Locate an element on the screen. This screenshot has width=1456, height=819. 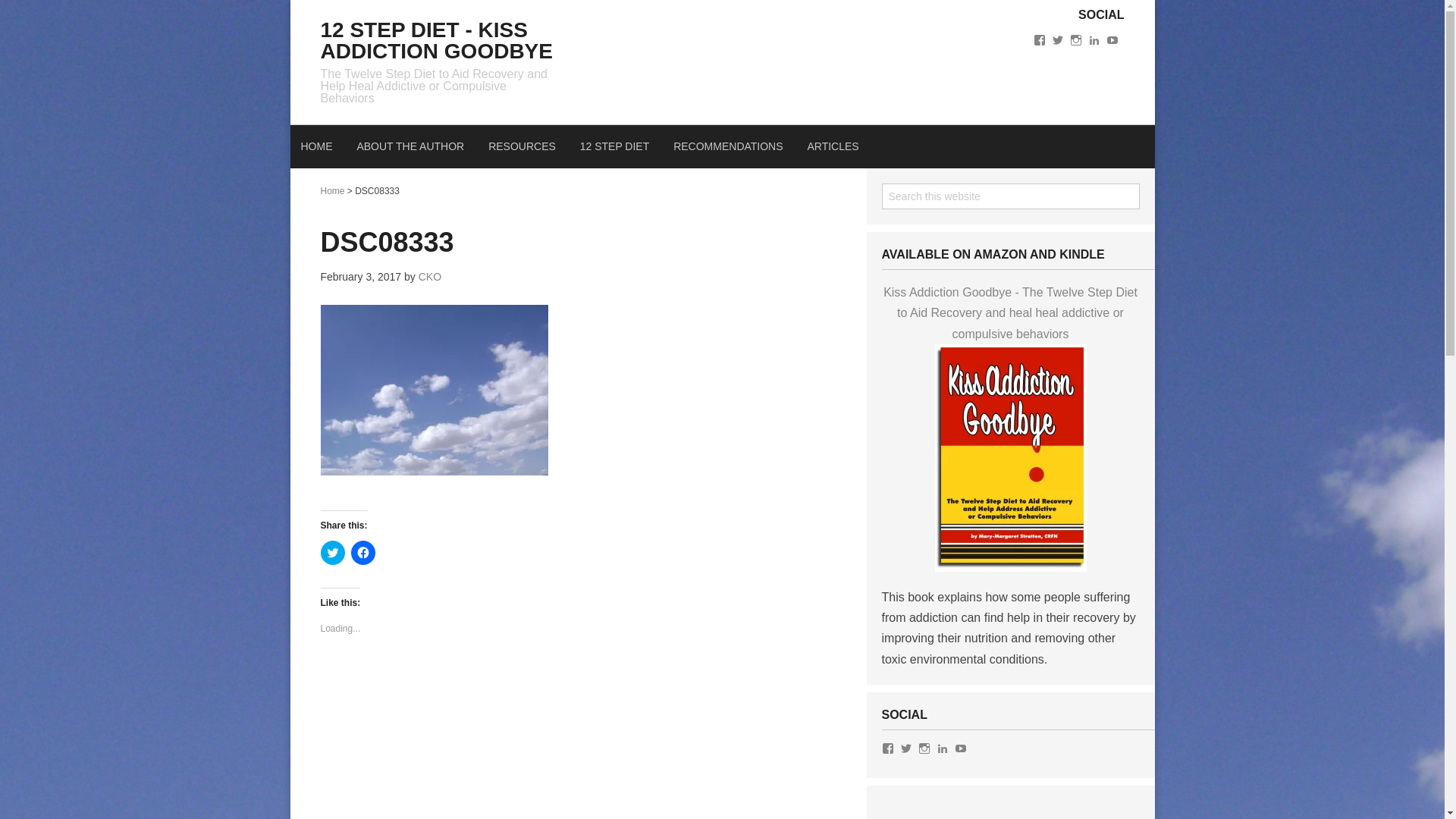
'ARTICLES' is located at coordinates (832, 146).